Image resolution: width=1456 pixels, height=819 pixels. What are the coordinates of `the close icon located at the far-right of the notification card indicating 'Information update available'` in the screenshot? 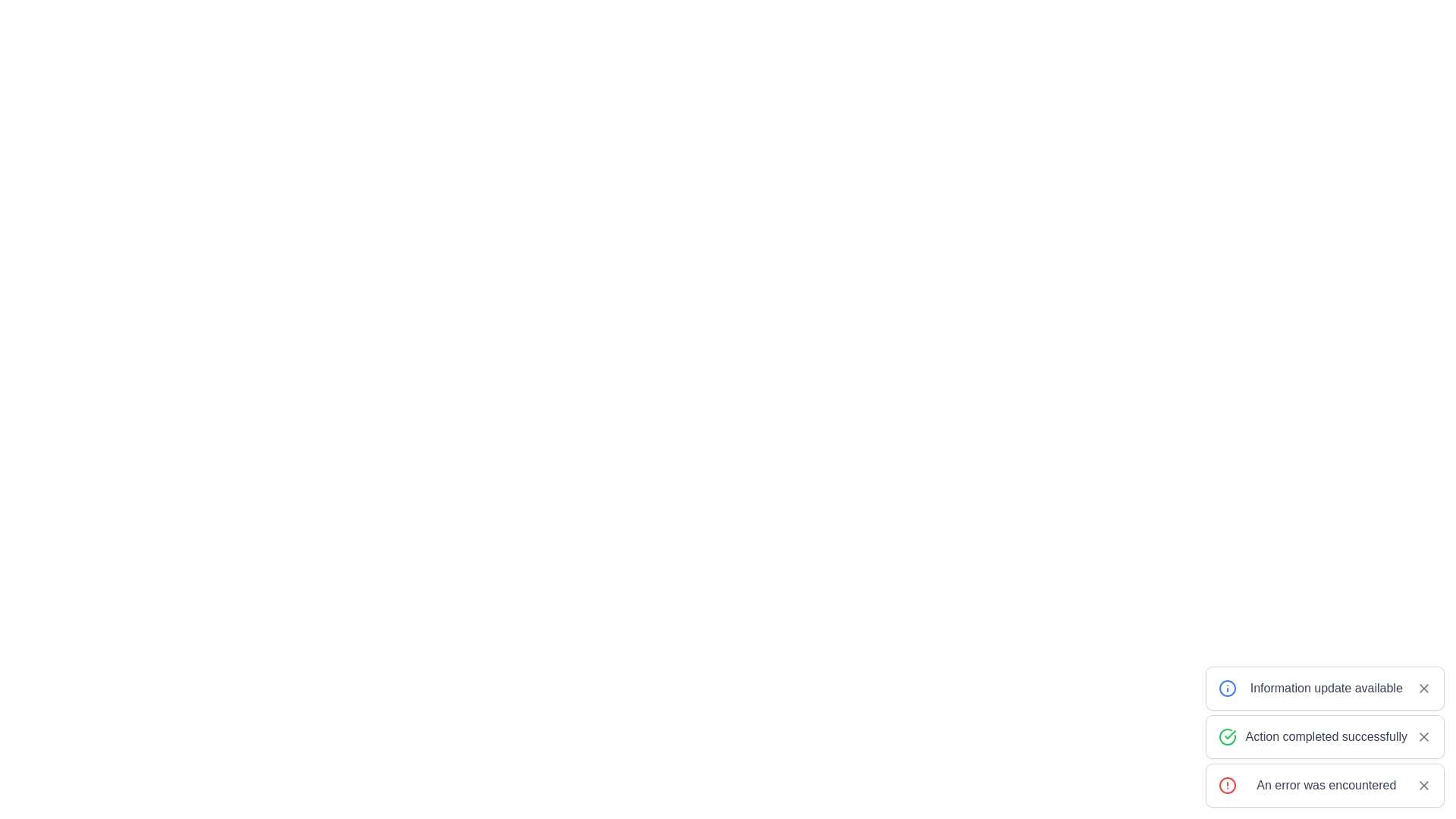 It's located at (1423, 688).